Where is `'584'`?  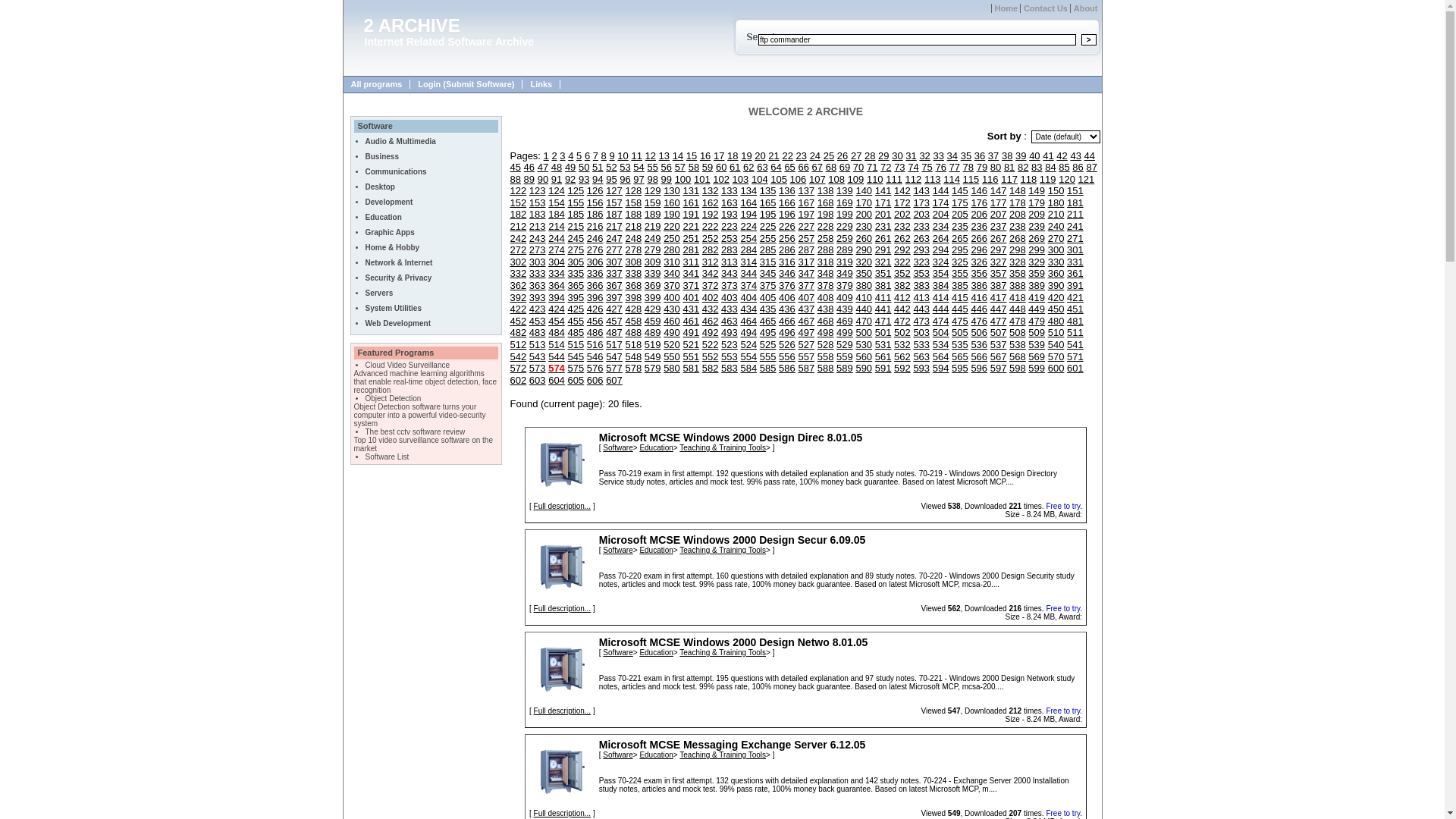 '584' is located at coordinates (748, 368).